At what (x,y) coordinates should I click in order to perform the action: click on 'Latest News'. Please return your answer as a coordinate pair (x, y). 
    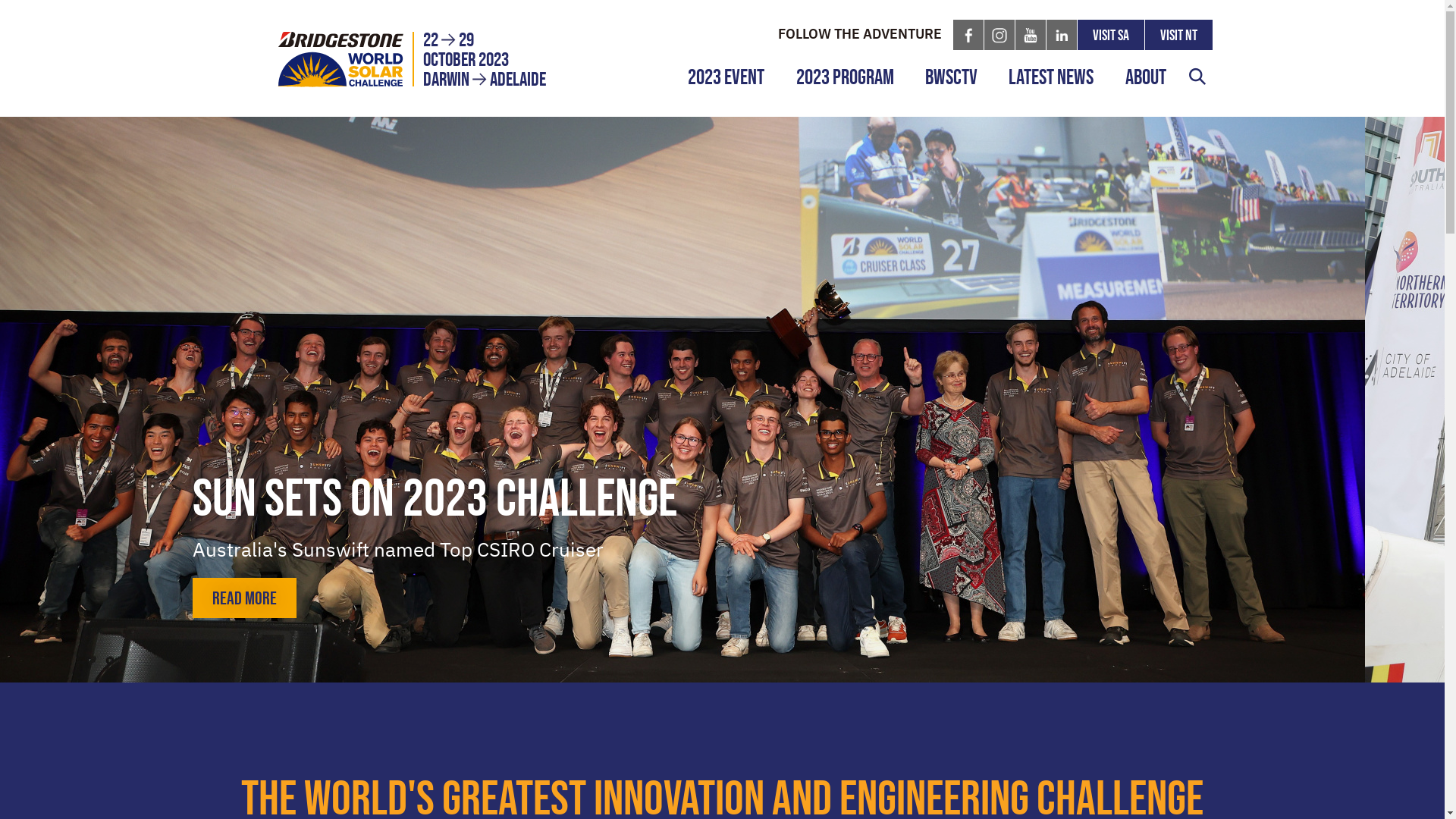
    Looking at the image, I should click on (1050, 77).